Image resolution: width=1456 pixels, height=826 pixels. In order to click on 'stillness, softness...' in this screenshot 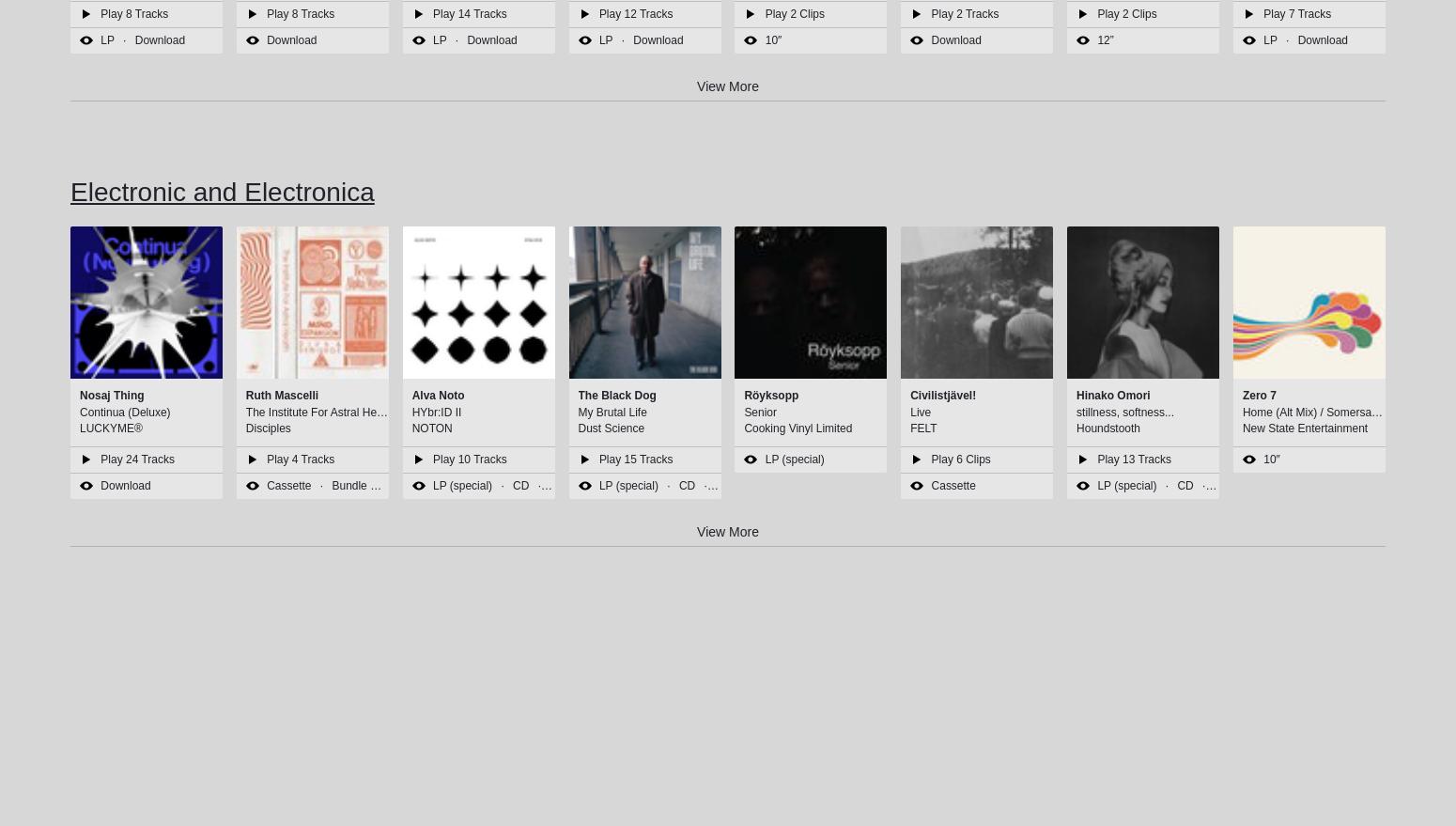, I will do `click(1124, 411)`.